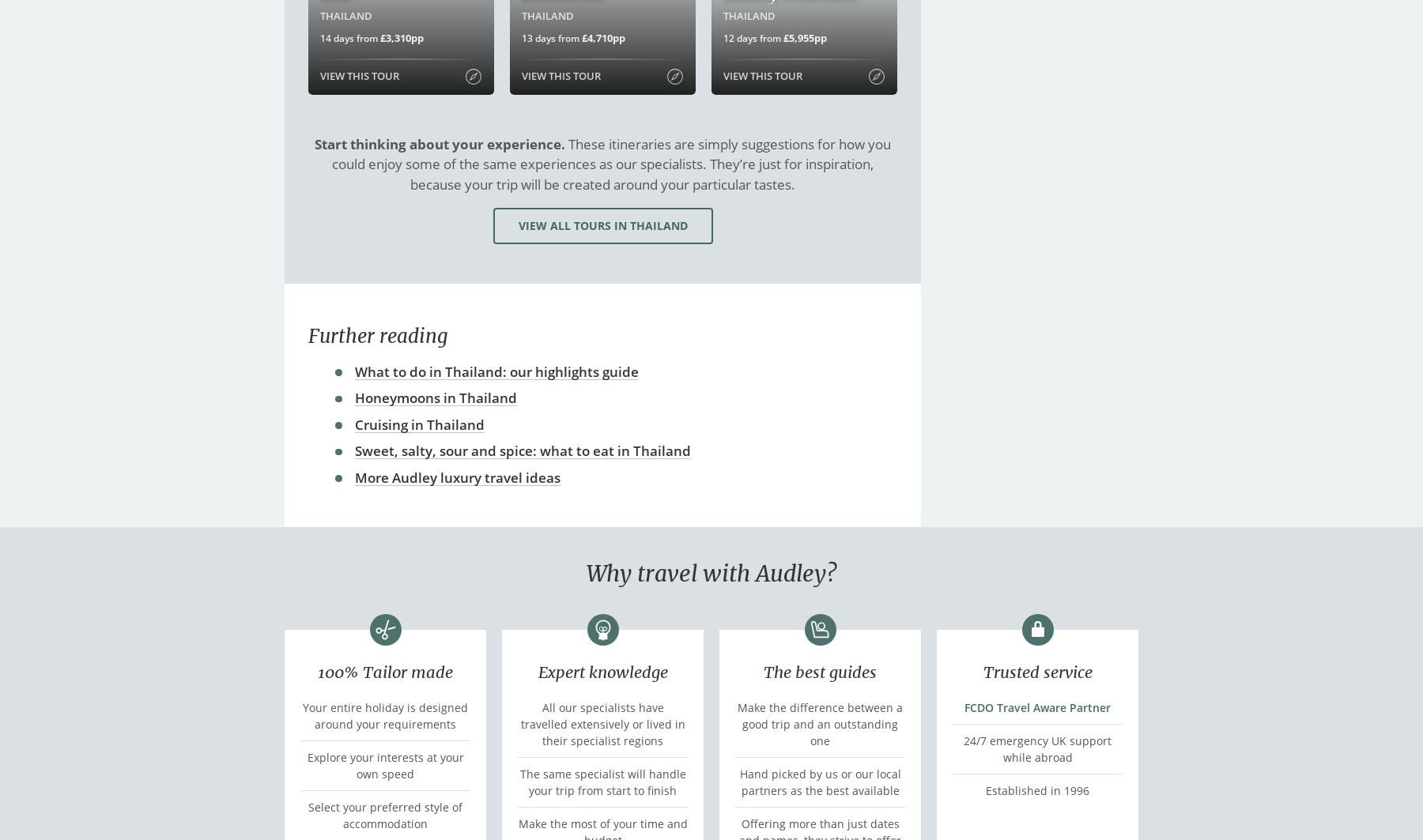  I want to click on '13', so click(527, 38).